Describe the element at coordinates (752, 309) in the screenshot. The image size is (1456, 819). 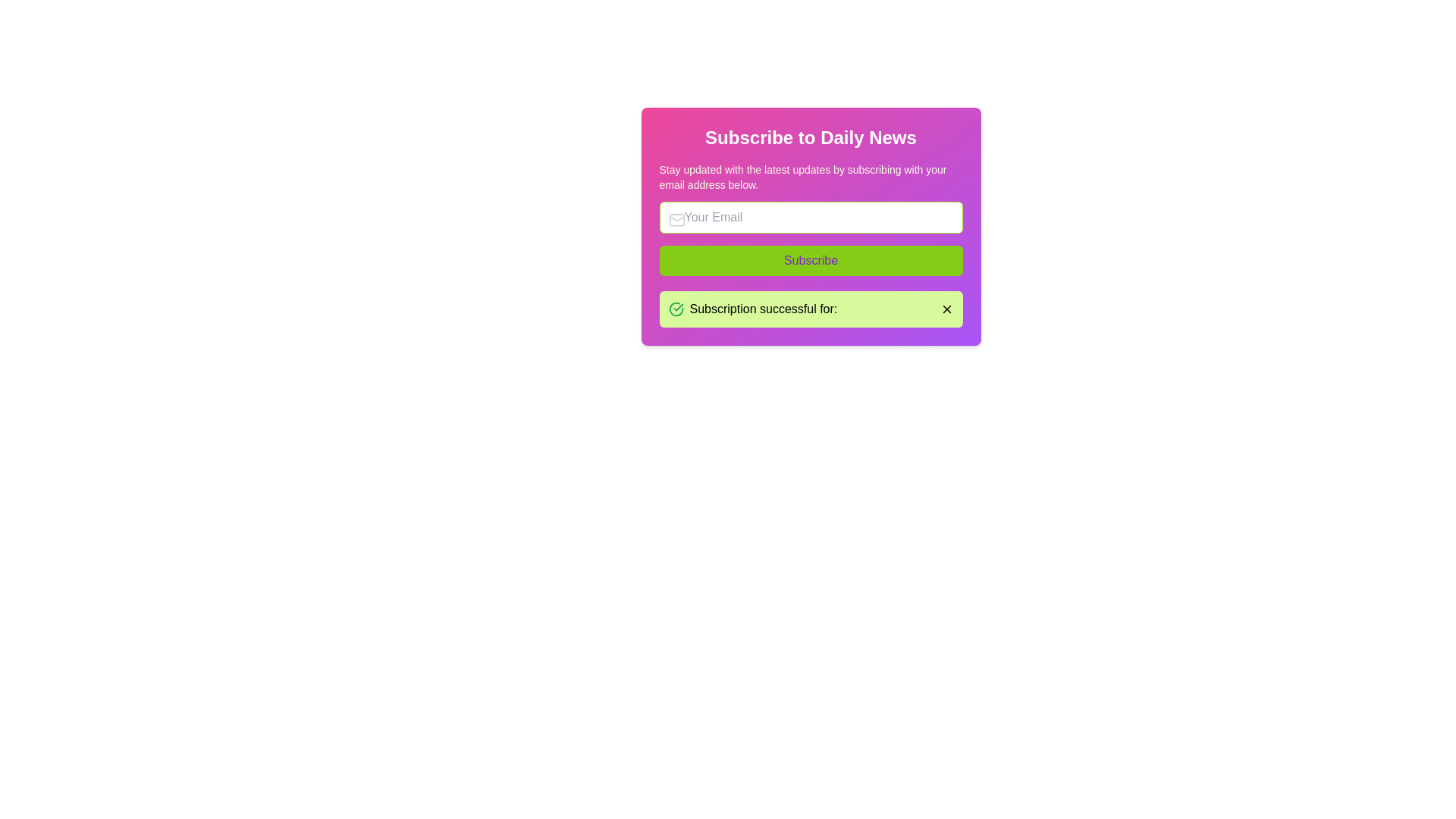
I see `text label that states 'Subscription successful for:' located in the notification banner, which is styled in bold and accompanied by a green checkmark icon` at that location.